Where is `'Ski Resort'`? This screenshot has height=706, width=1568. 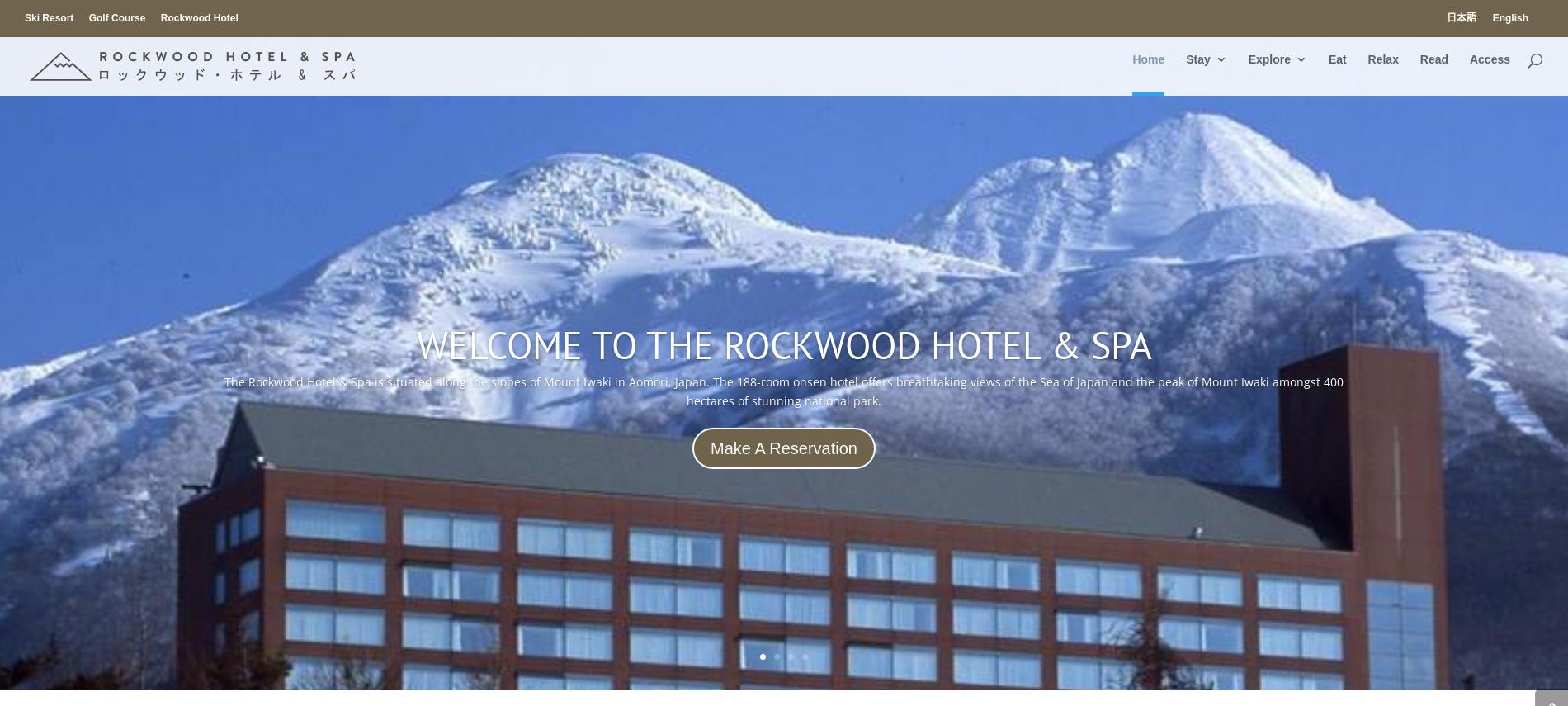
'Ski Resort' is located at coordinates (25, 17).